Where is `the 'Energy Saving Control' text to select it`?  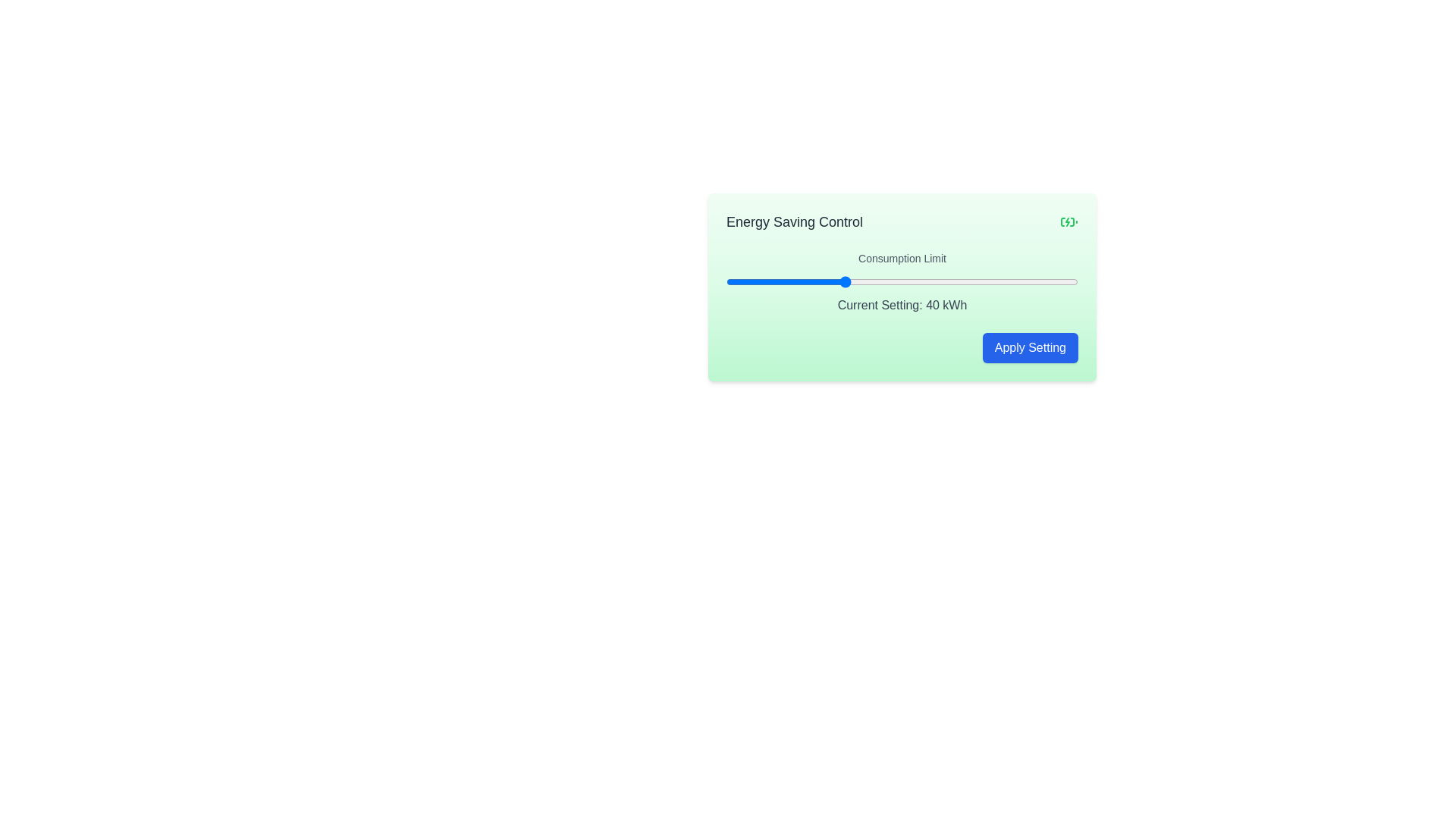 the 'Energy Saving Control' text to select it is located at coordinates (793, 222).